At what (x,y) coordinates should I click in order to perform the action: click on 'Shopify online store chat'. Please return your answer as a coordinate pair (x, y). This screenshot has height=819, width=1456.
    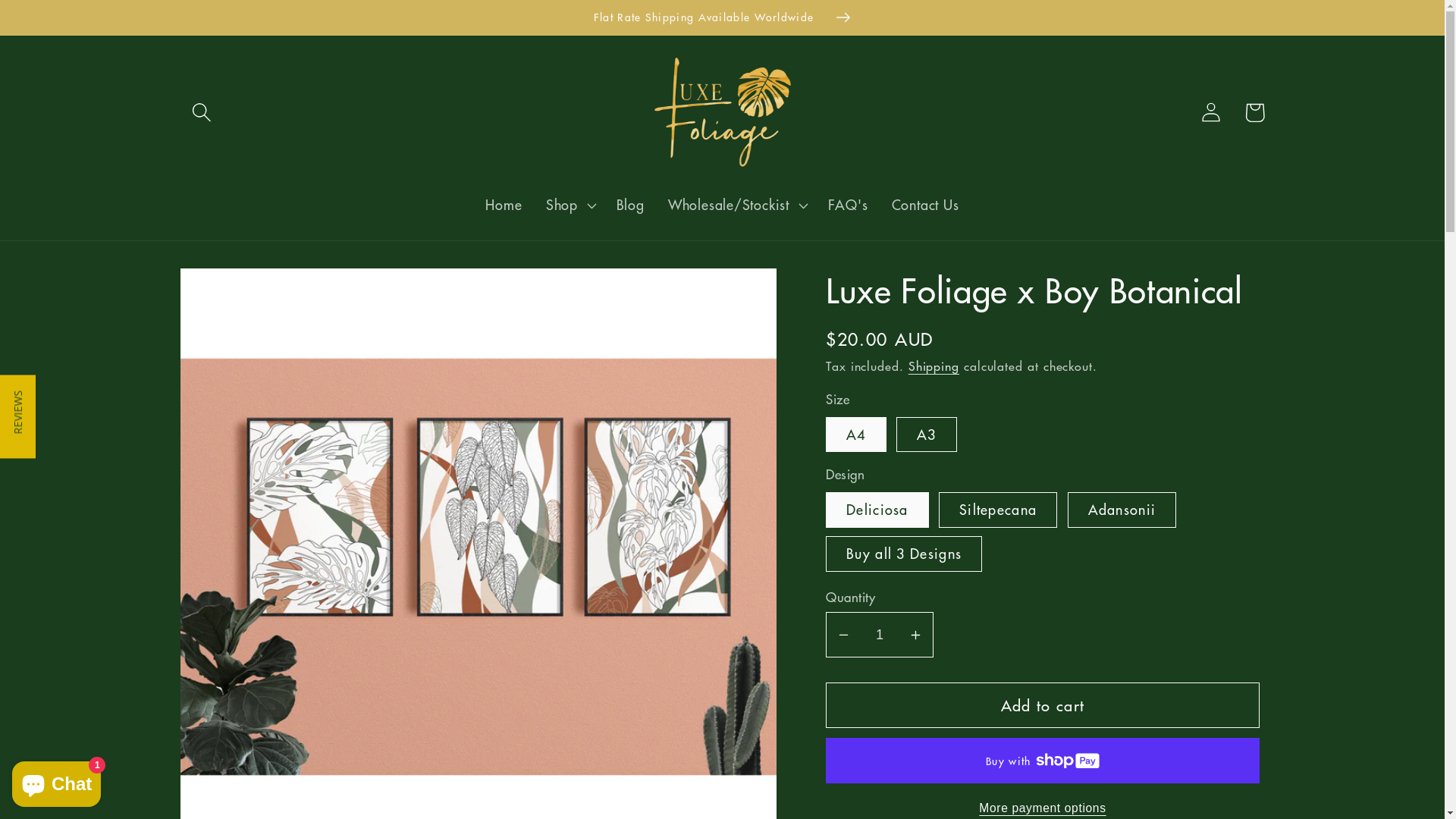
    Looking at the image, I should click on (56, 780).